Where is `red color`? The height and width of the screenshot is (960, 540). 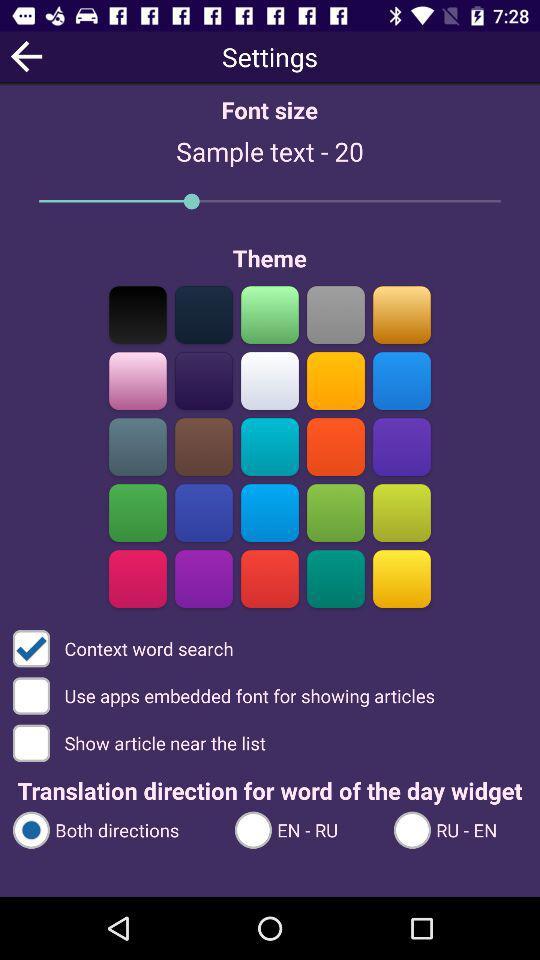 red color is located at coordinates (270, 578).